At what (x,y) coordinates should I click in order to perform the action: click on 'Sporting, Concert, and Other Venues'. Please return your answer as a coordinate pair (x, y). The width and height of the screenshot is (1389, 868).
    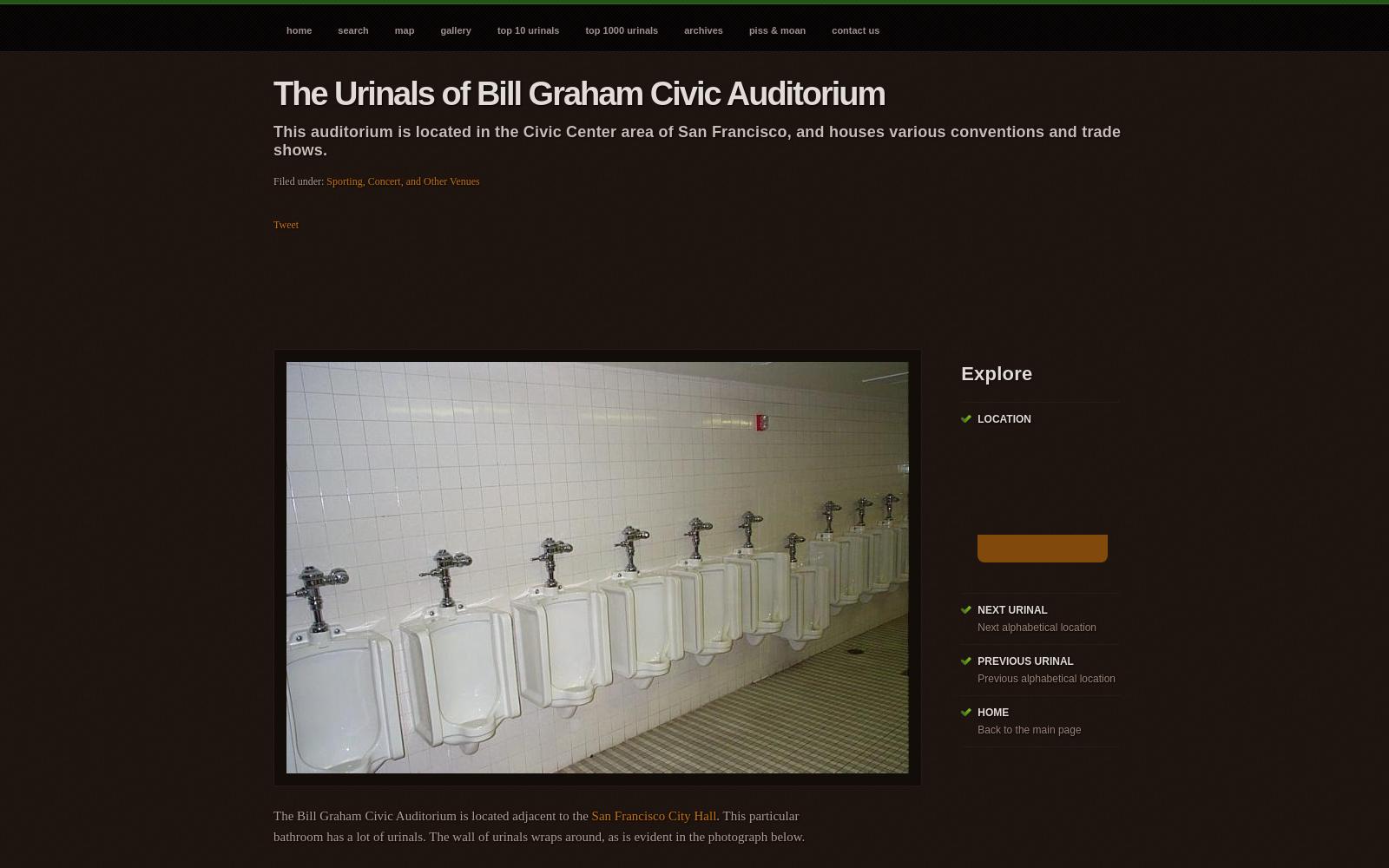
    Looking at the image, I should click on (401, 181).